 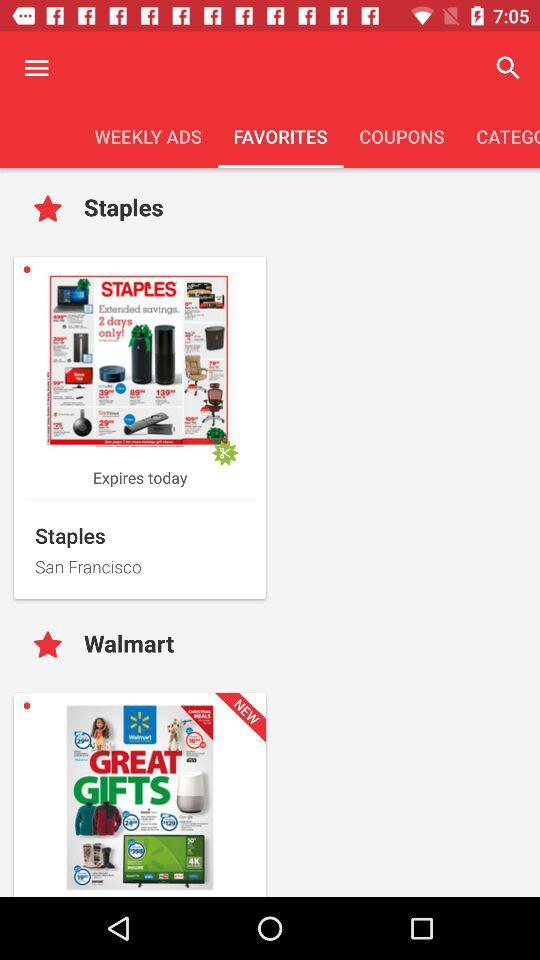 What do you see at coordinates (52, 645) in the screenshot?
I see `and save your favorite advertisements` at bounding box center [52, 645].